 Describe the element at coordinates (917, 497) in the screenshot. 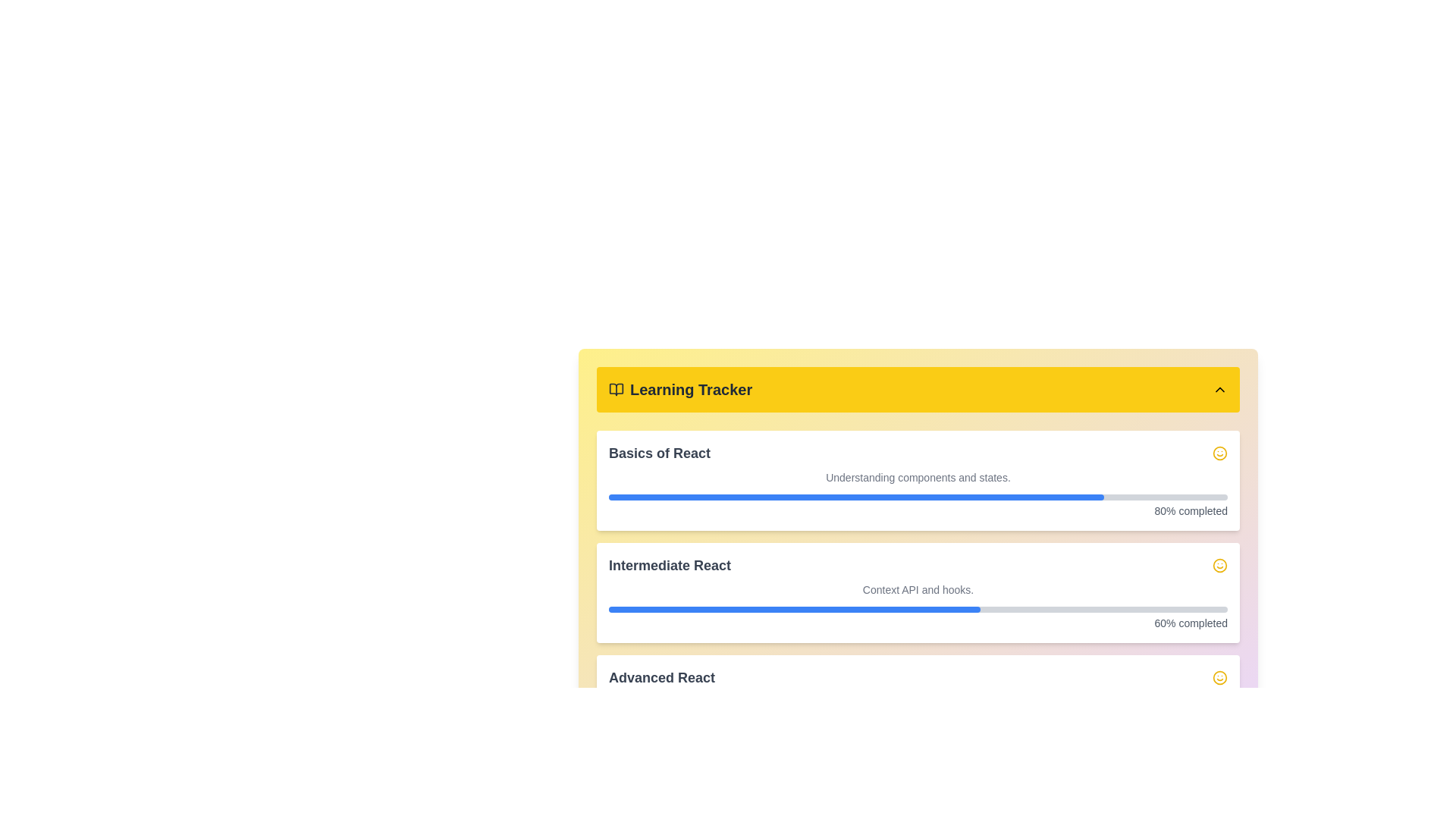

I see `the progress indication on the horizontal progress bar with a grey background and blue fill, located below the 'Understanding components and states.' text in the 'Basics of React' card in the Learning Tracker section` at that location.